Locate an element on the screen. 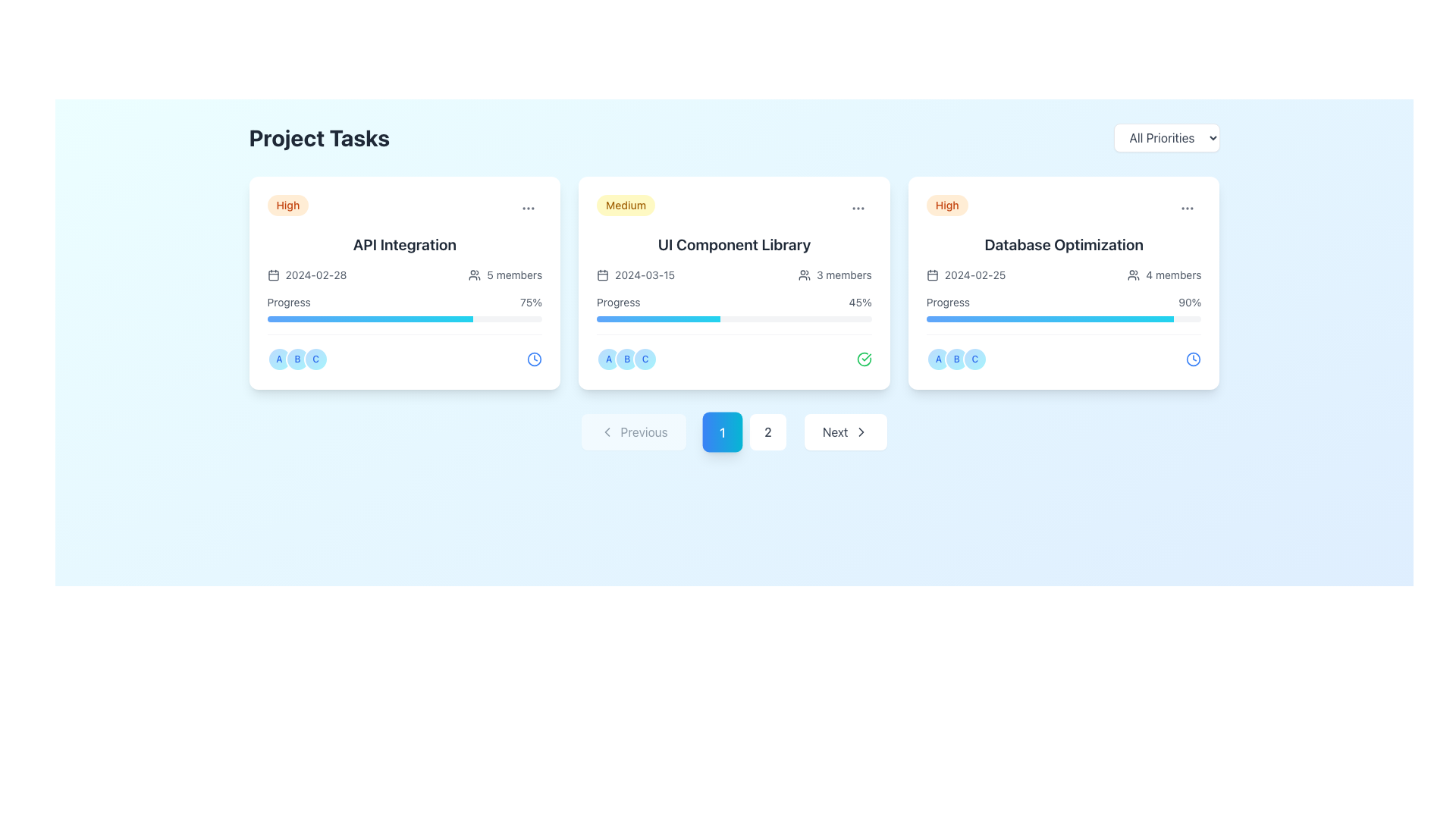 This screenshot has height=819, width=1456. the second circular badge labeled 'B' in the horizontal arrangement of three badges under the 'API Integration' card is located at coordinates (297, 359).